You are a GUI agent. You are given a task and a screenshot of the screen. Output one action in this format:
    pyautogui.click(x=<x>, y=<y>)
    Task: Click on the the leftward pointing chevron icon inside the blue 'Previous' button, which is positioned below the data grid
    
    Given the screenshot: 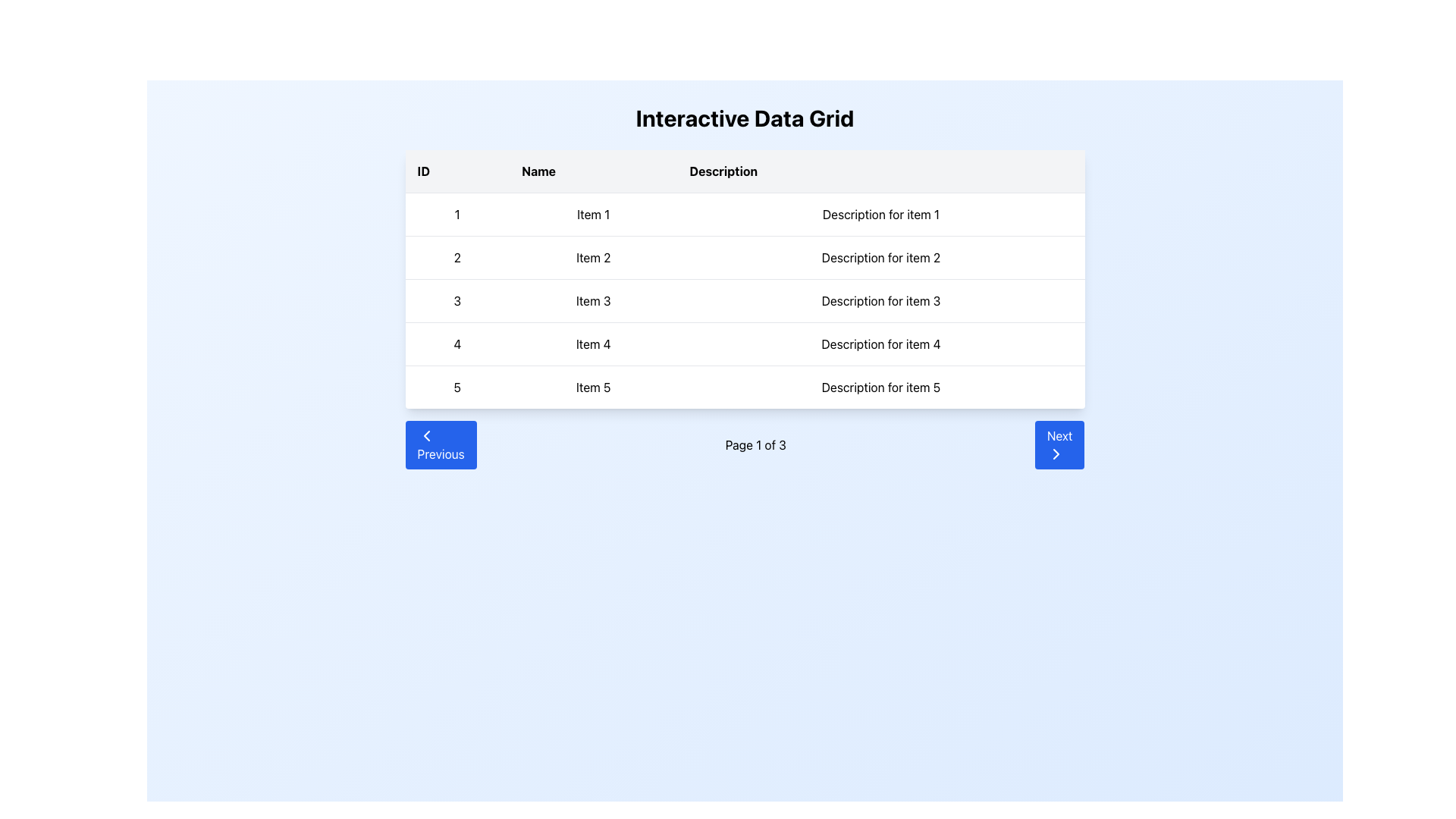 What is the action you would take?
    pyautogui.click(x=425, y=435)
    